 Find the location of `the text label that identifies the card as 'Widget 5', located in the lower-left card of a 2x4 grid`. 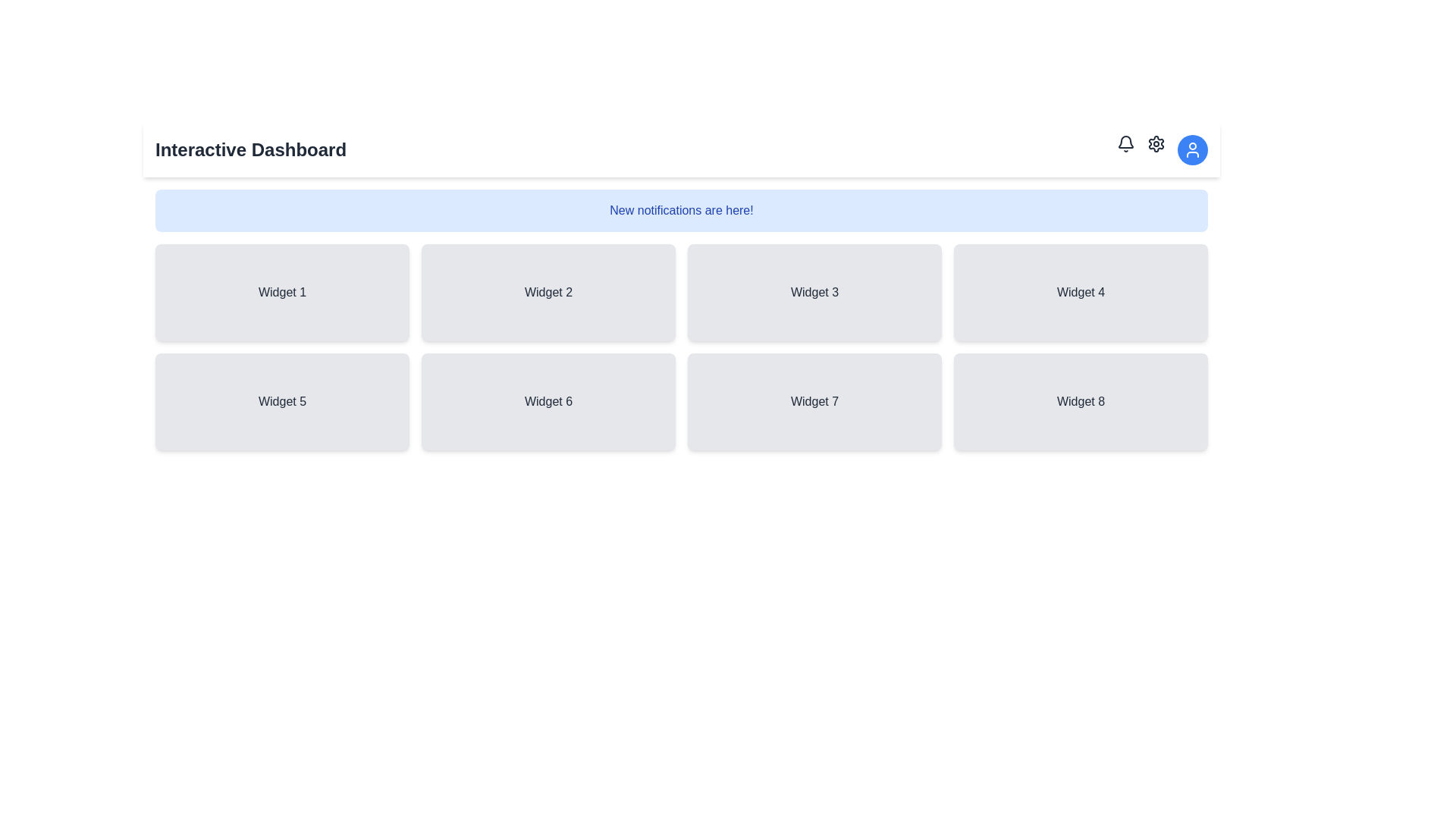

the text label that identifies the card as 'Widget 5', located in the lower-left card of a 2x4 grid is located at coordinates (282, 400).